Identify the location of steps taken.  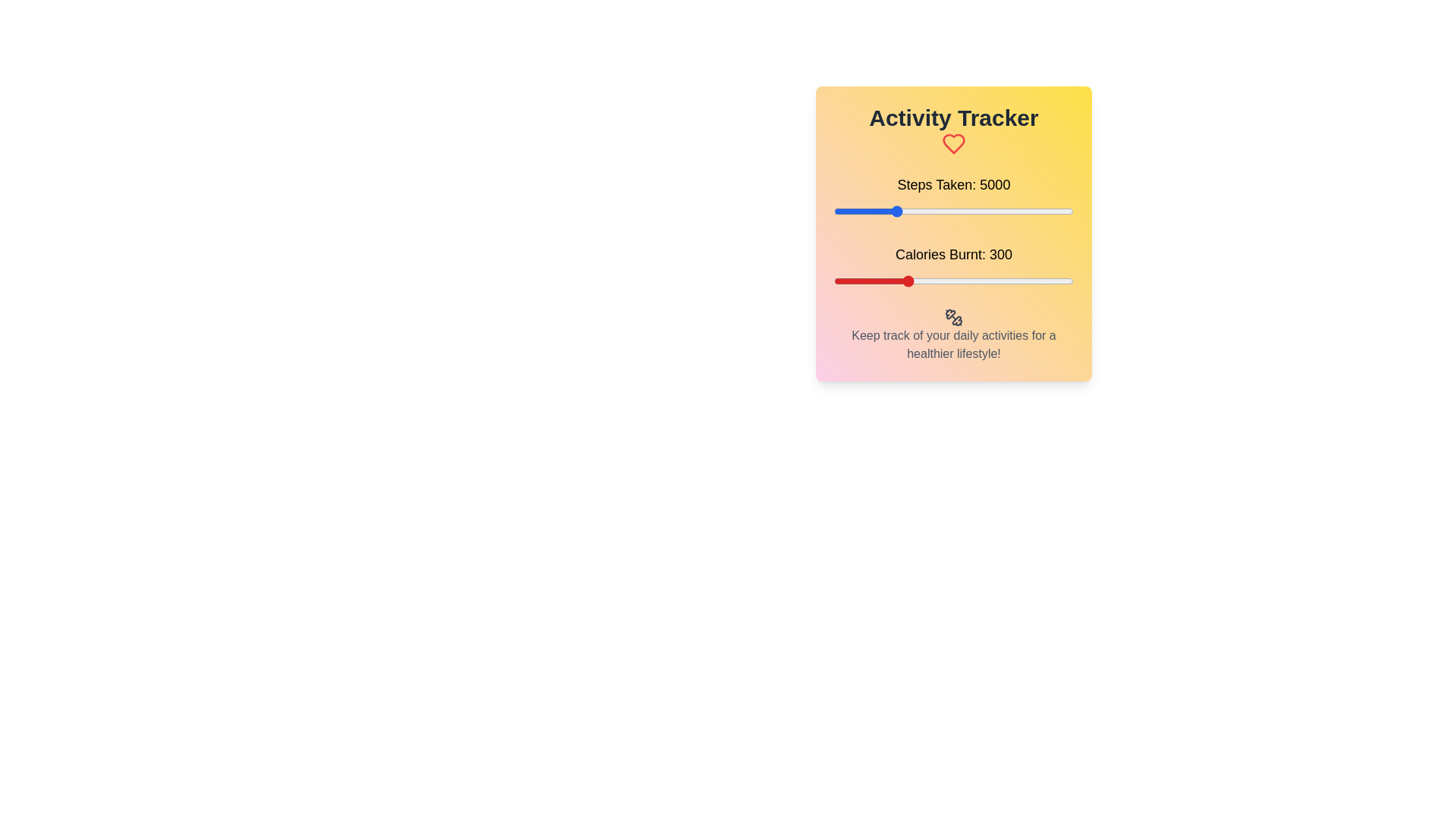
(854, 211).